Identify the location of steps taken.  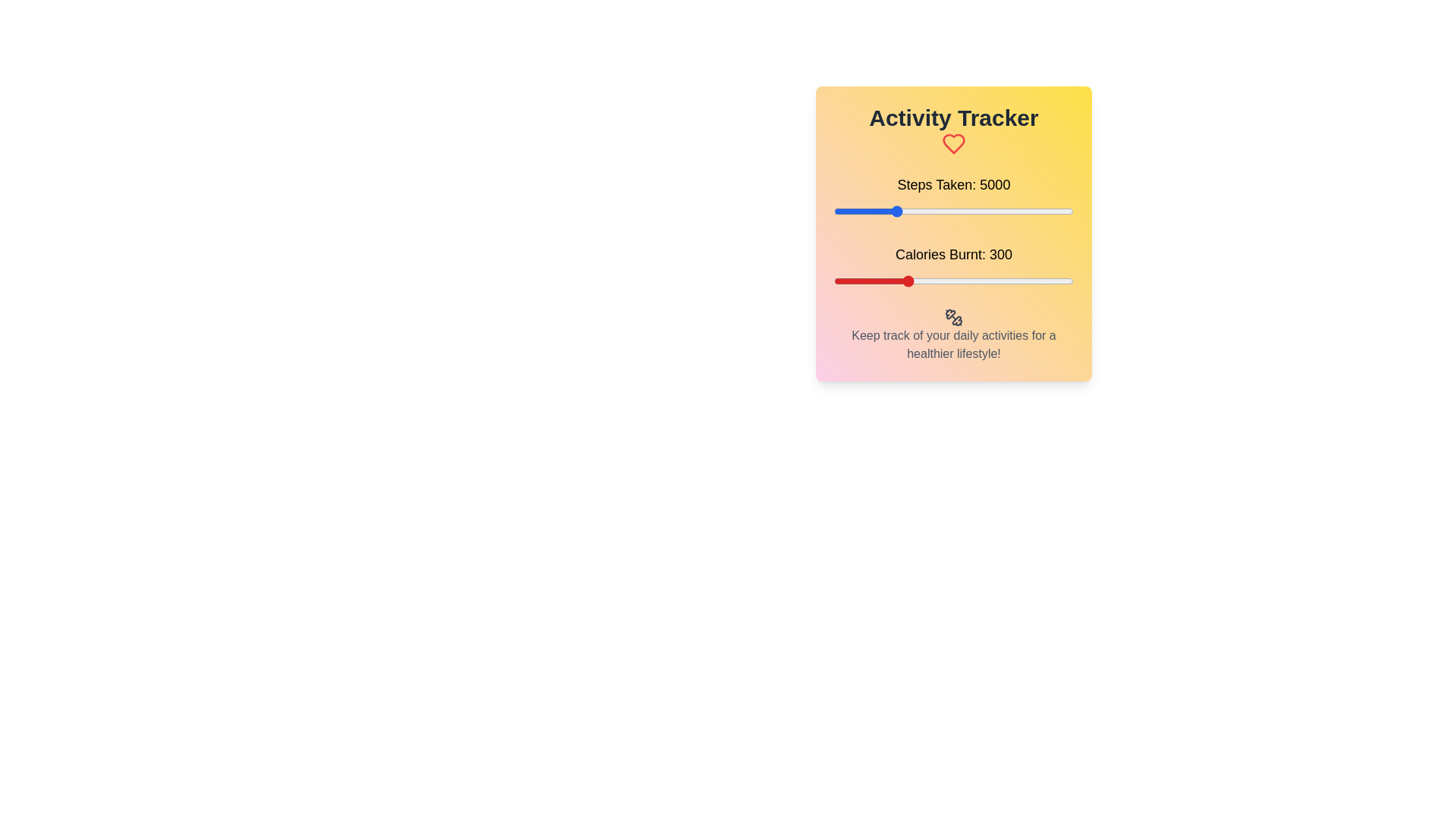
(854, 211).